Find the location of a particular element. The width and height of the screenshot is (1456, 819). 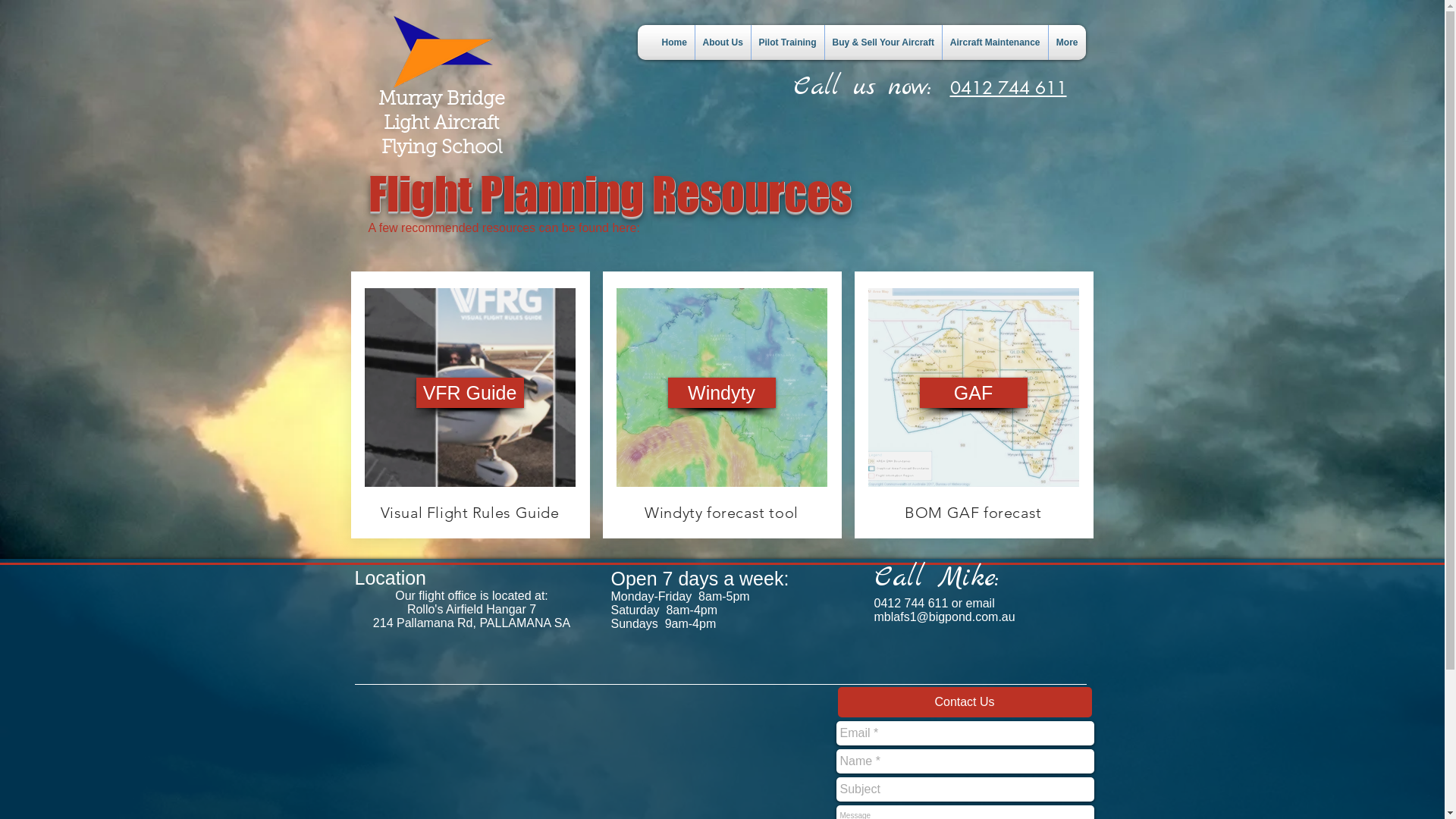

'Aircraft Maintenance' is located at coordinates (994, 42).